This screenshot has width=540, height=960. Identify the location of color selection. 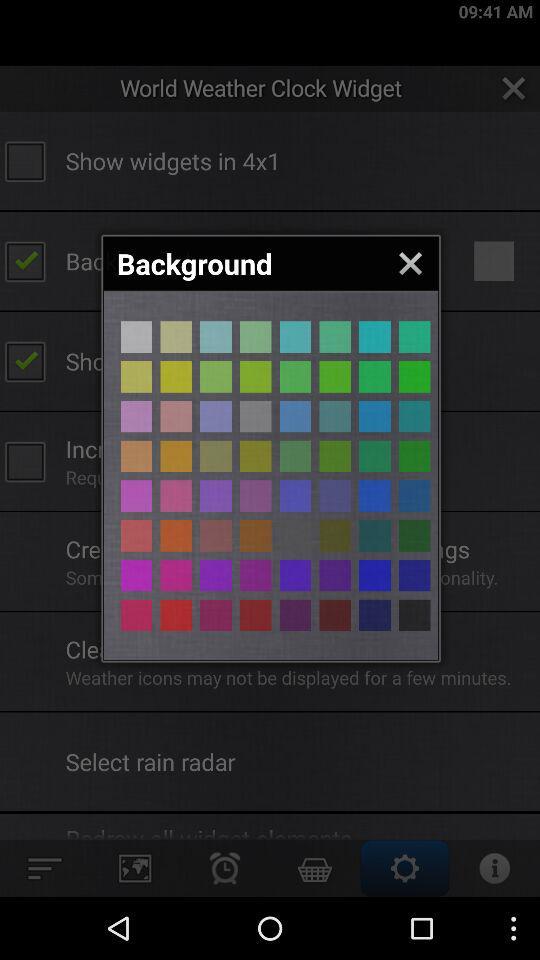
(335, 337).